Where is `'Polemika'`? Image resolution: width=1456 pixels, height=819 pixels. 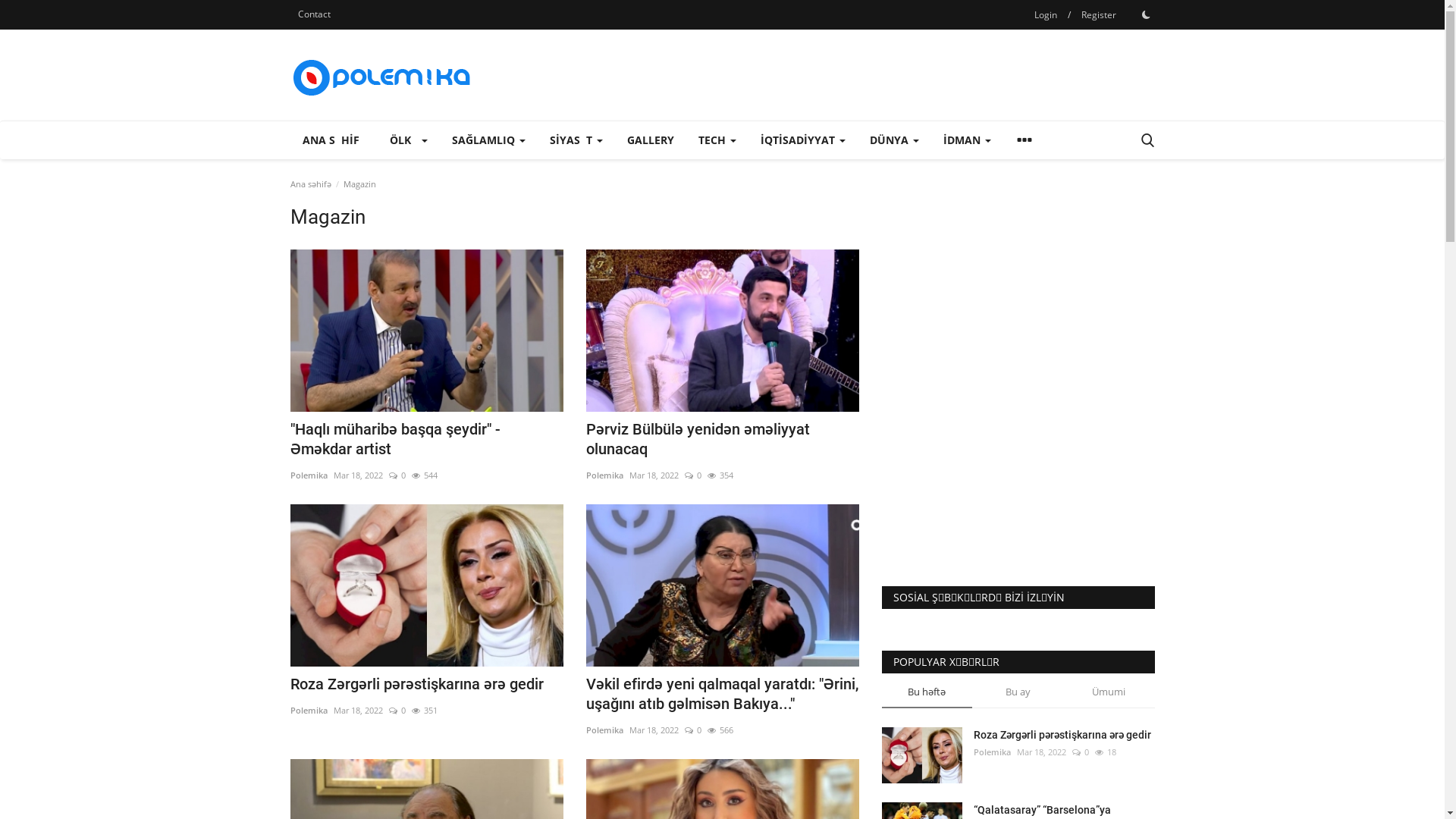 'Polemika' is located at coordinates (307, 475).